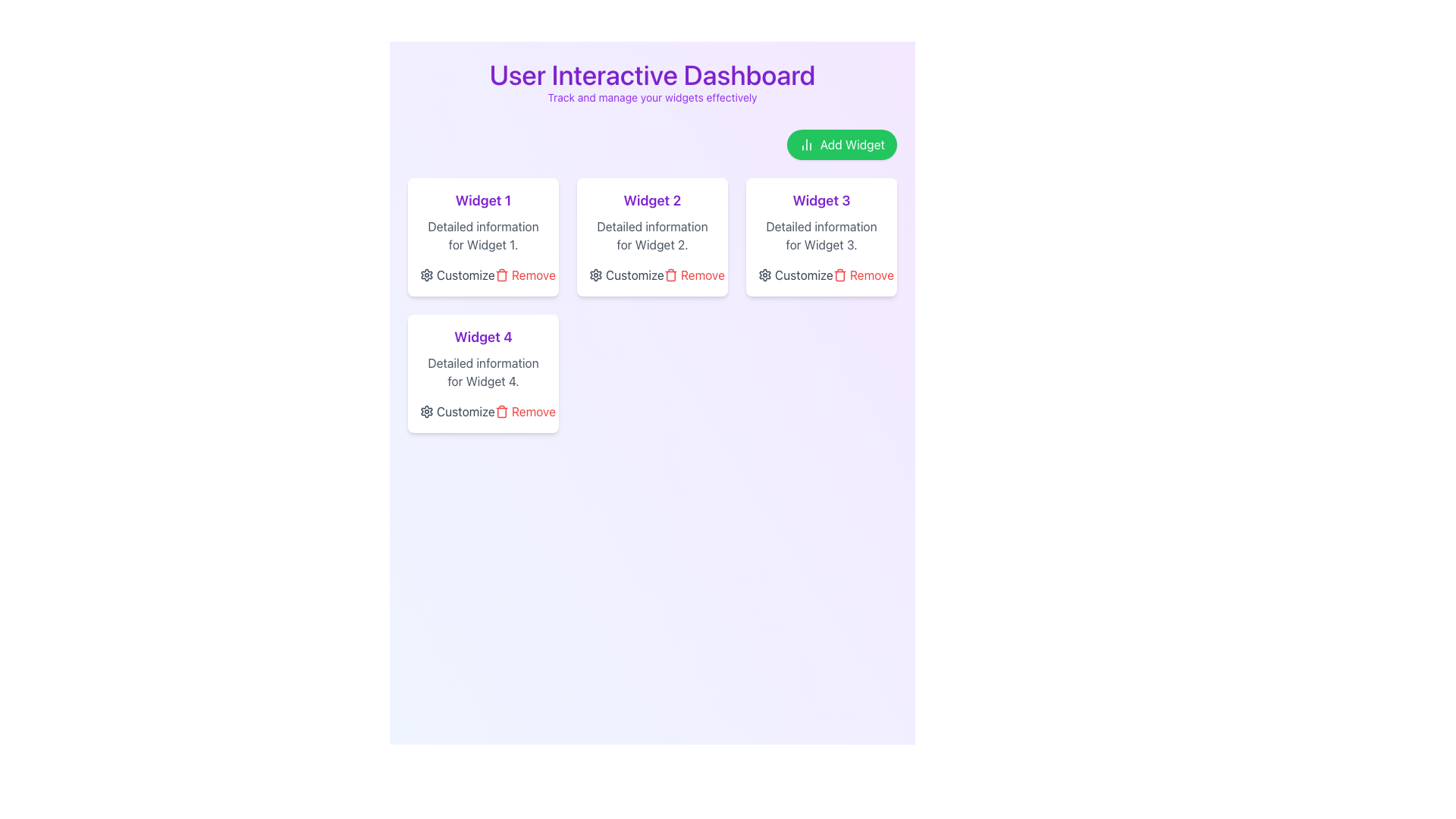  What do you see at coordinates (525, 412) in the screenshot?
I see `the 'Remove' button located at the bottom-right corner of 'Widget 4'` at bounding box center [525, 412].